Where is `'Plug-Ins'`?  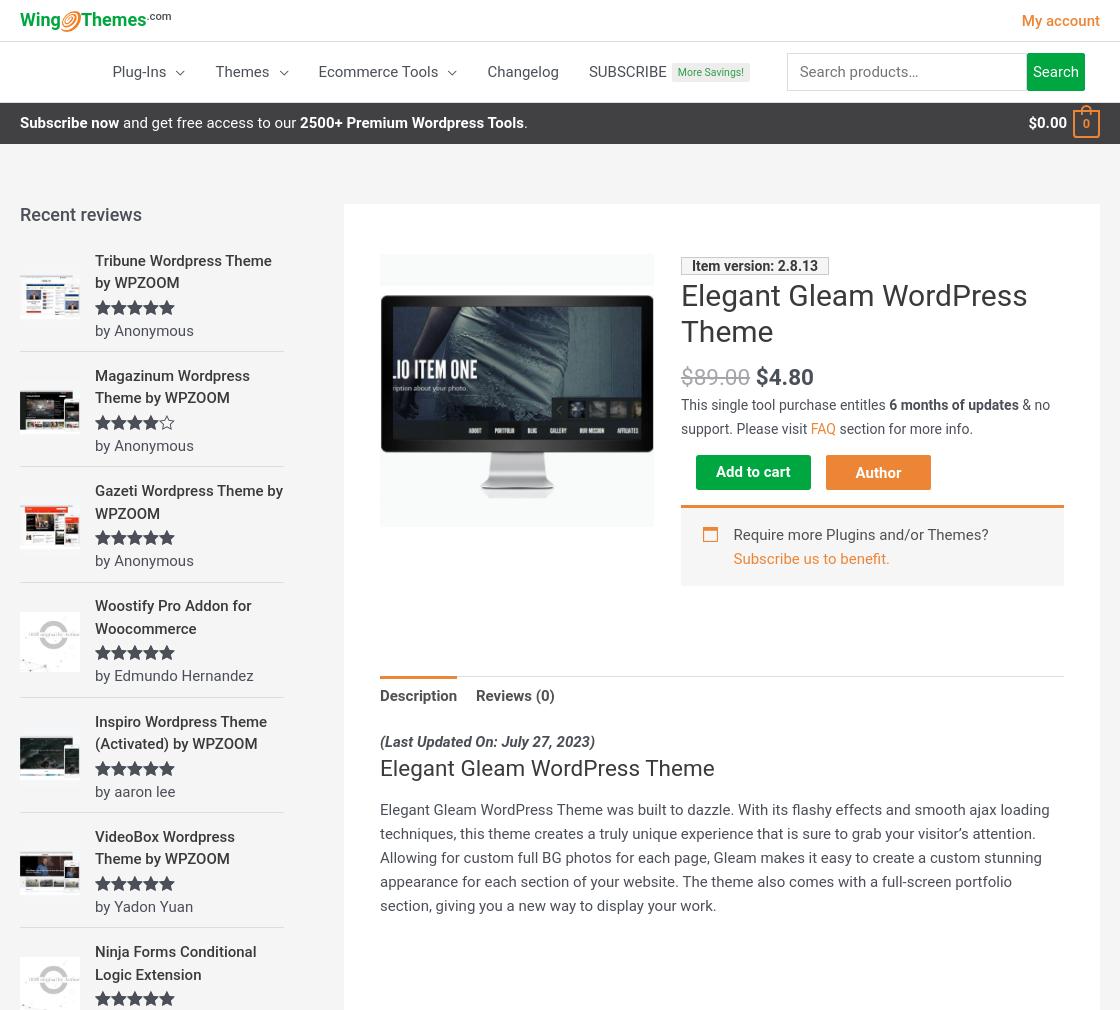
'Plug-Ins' is located at coordinates (138, 71).